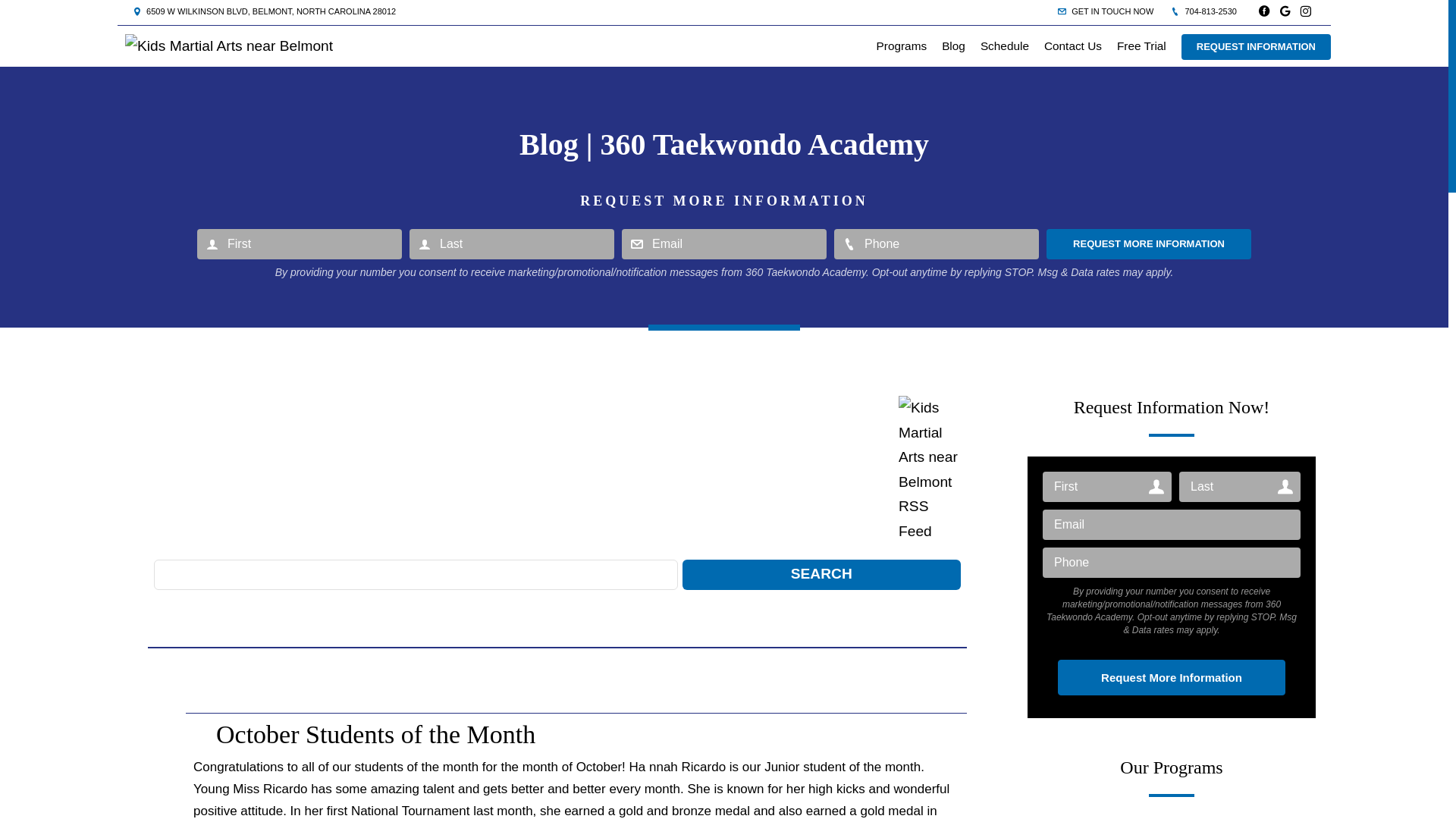 The width and height of the screenshot is (1456, 819). I want to click on 'GET IN TOUCH NOW', so click(1057, 11).